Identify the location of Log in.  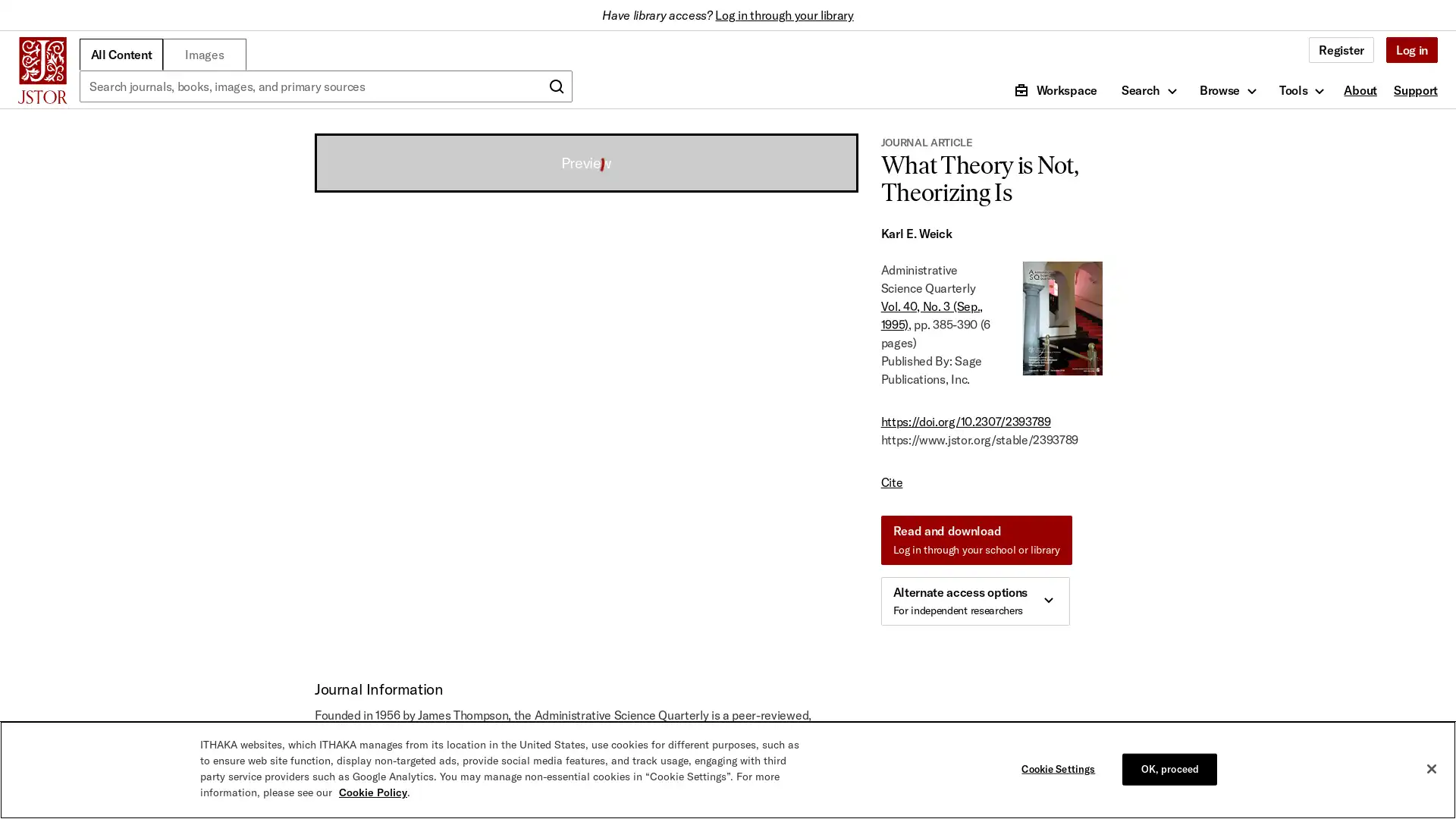
(1410, 49).